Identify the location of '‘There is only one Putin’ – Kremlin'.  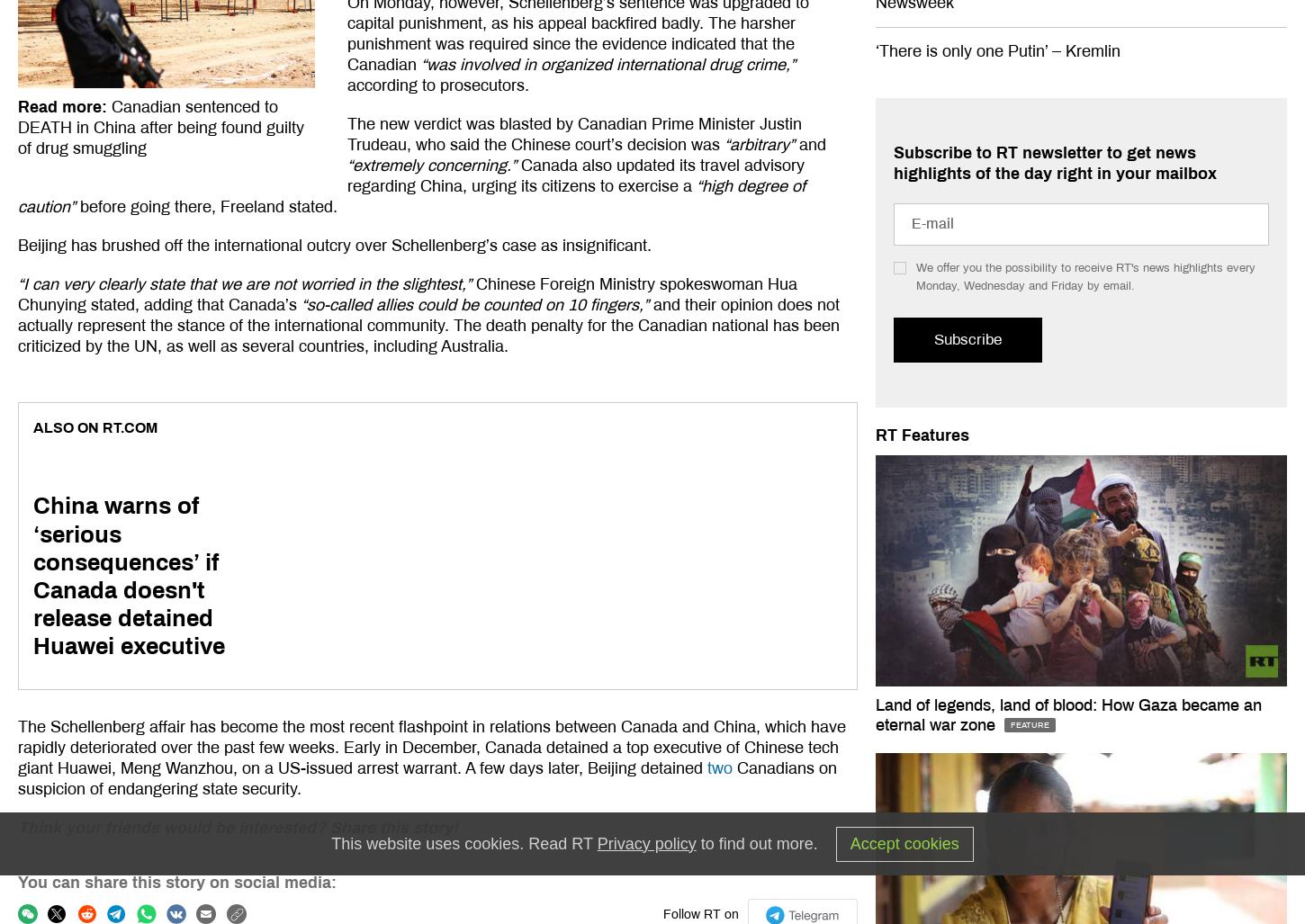
(996, 50).